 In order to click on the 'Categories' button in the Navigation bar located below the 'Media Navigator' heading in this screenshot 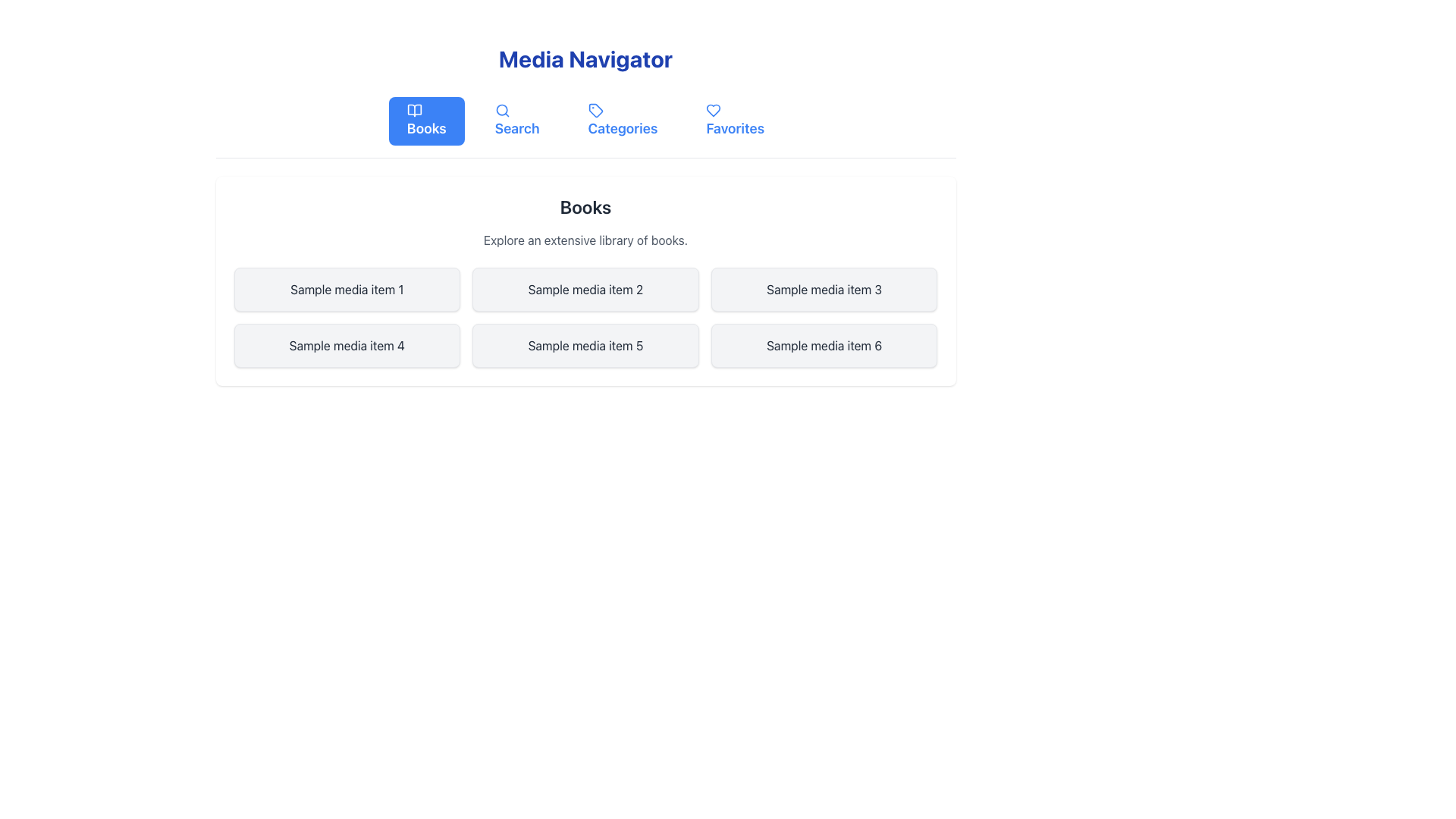, I will do `click(585, 127)`.